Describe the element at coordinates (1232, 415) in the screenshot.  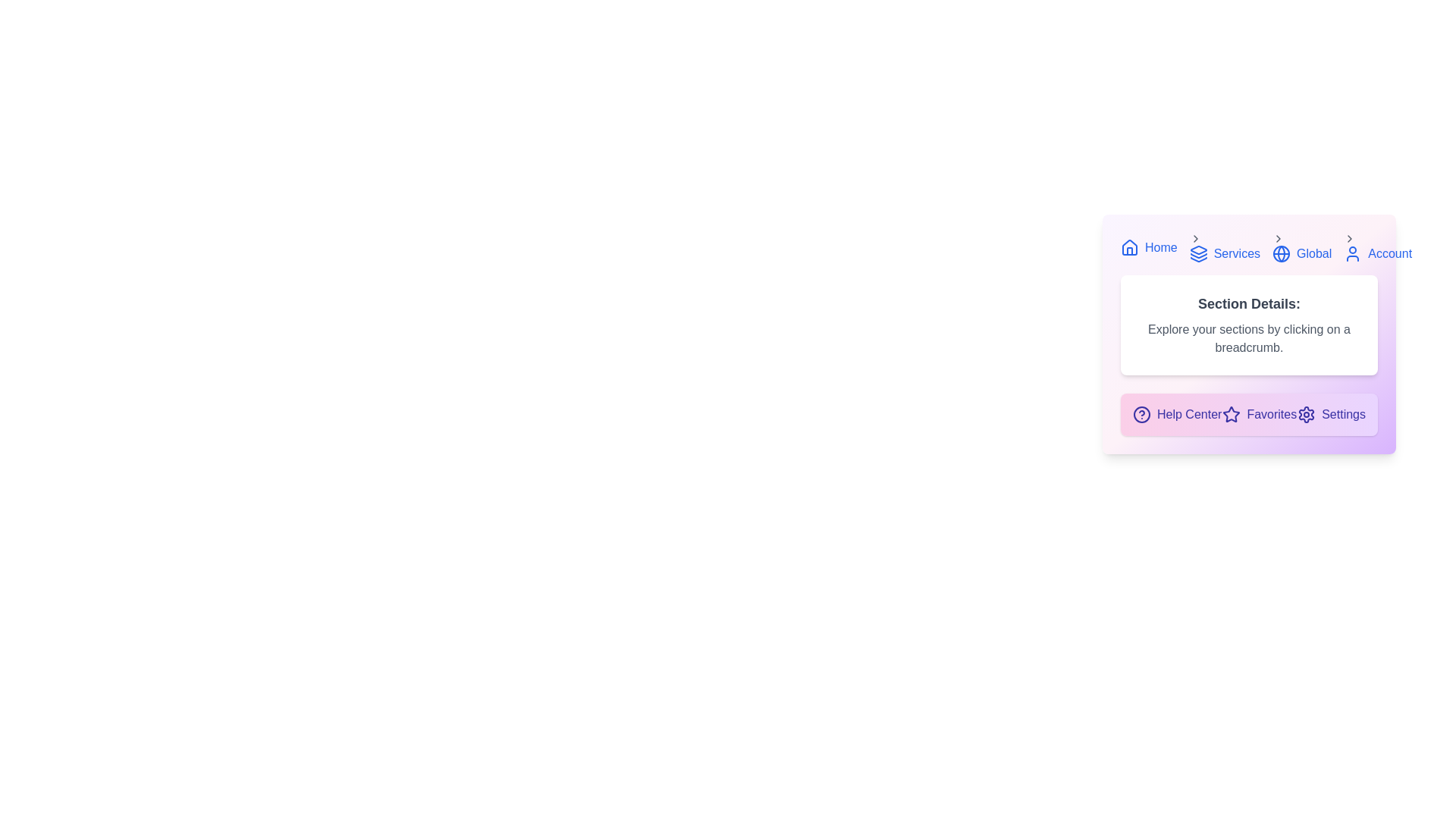
I see `the star icon with a hollow center and bold purple outline in the 'Favorites' menu` at that location.